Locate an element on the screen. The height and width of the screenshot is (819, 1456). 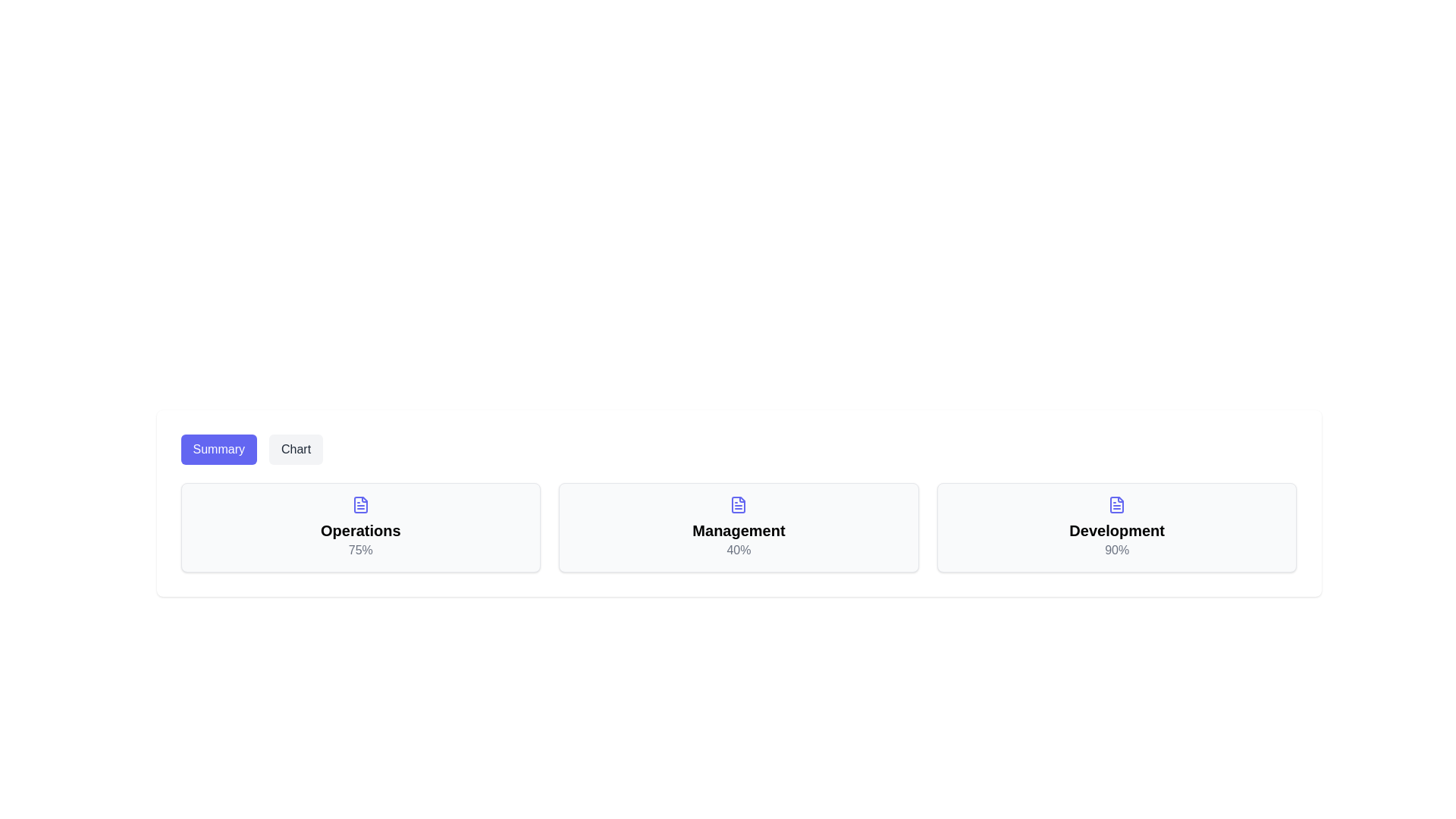
header text labeled 'Management' which is located in the middle tile of a horizontal row of three tiles, positioned at the center below an icon and above '40%' is located at coordinates (739, 529).